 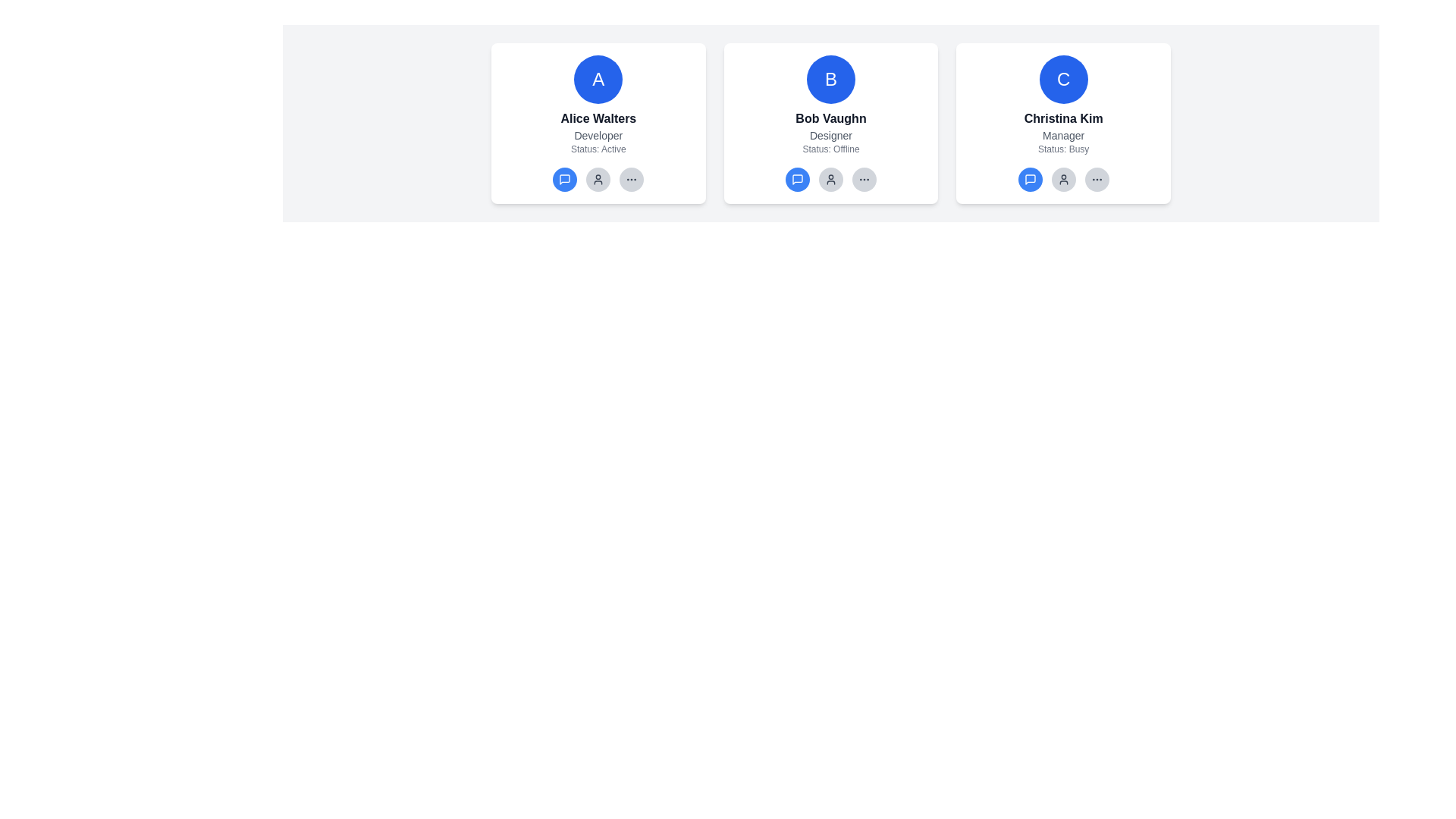 I want to click on the messaging button located at the bottom row under the 'Christina Kim' profile card, which is the first button from the left among three buttons, to receive visual feedback, so click(x=1030, y=178).